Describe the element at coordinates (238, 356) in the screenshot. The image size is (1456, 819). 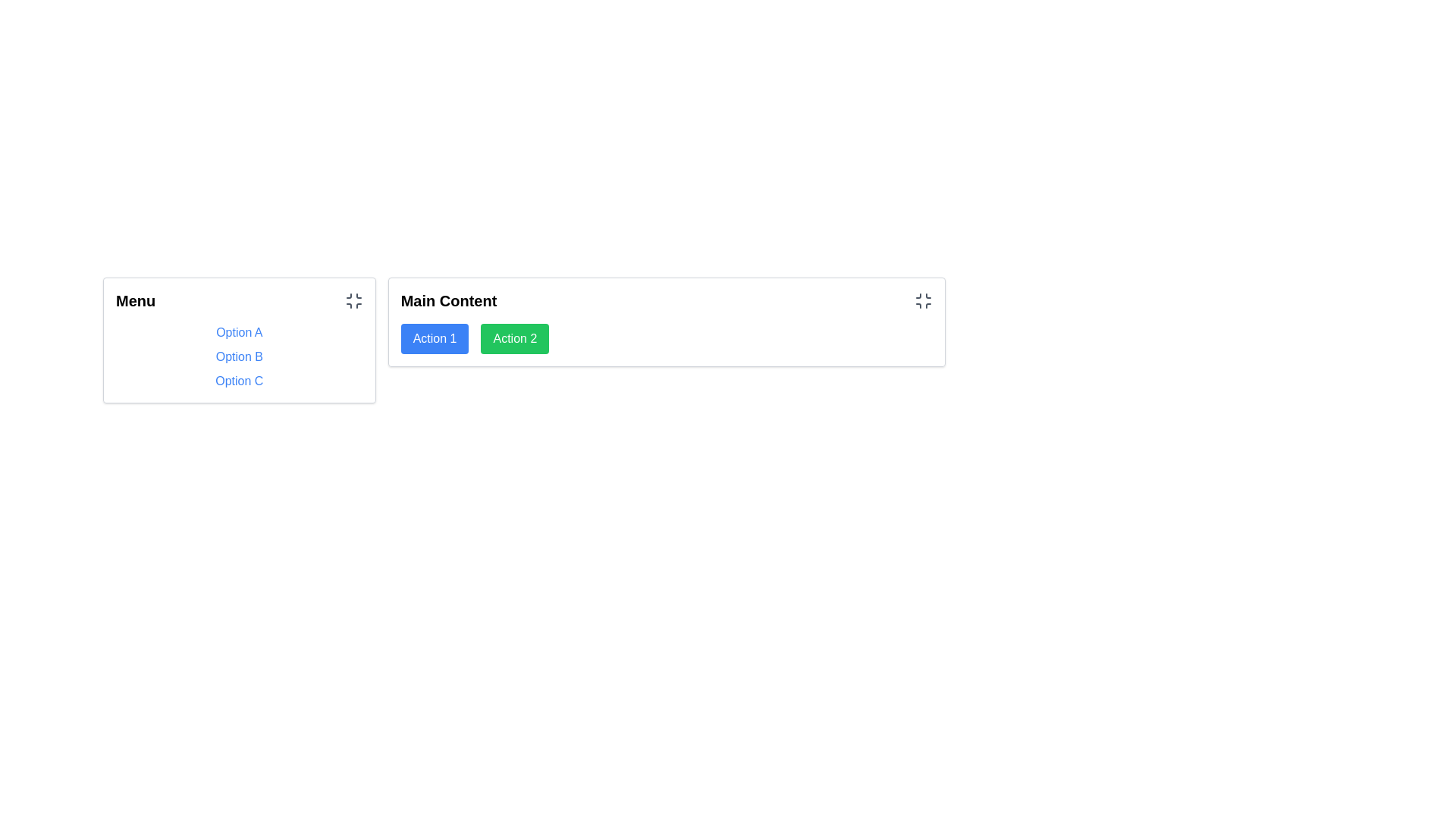
I see `the second option of the Interactive List, which is styled with blue font and underlines on hover, located below the 'Menu' header` at that location.